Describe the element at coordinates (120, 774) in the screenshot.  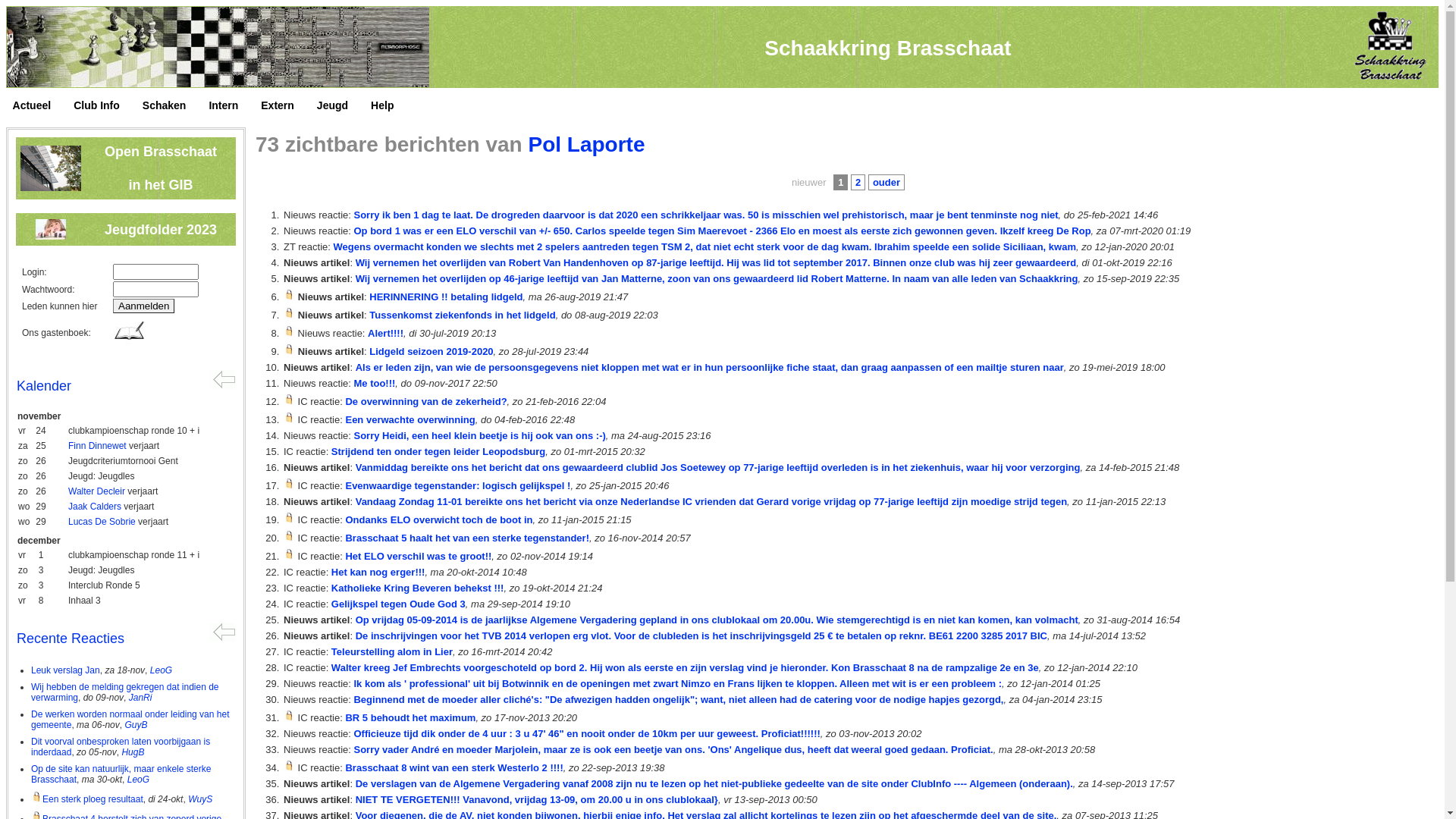
I see `'Op de site kan natuurlijk, maar enkele sterke Brasschaat'` at that location.